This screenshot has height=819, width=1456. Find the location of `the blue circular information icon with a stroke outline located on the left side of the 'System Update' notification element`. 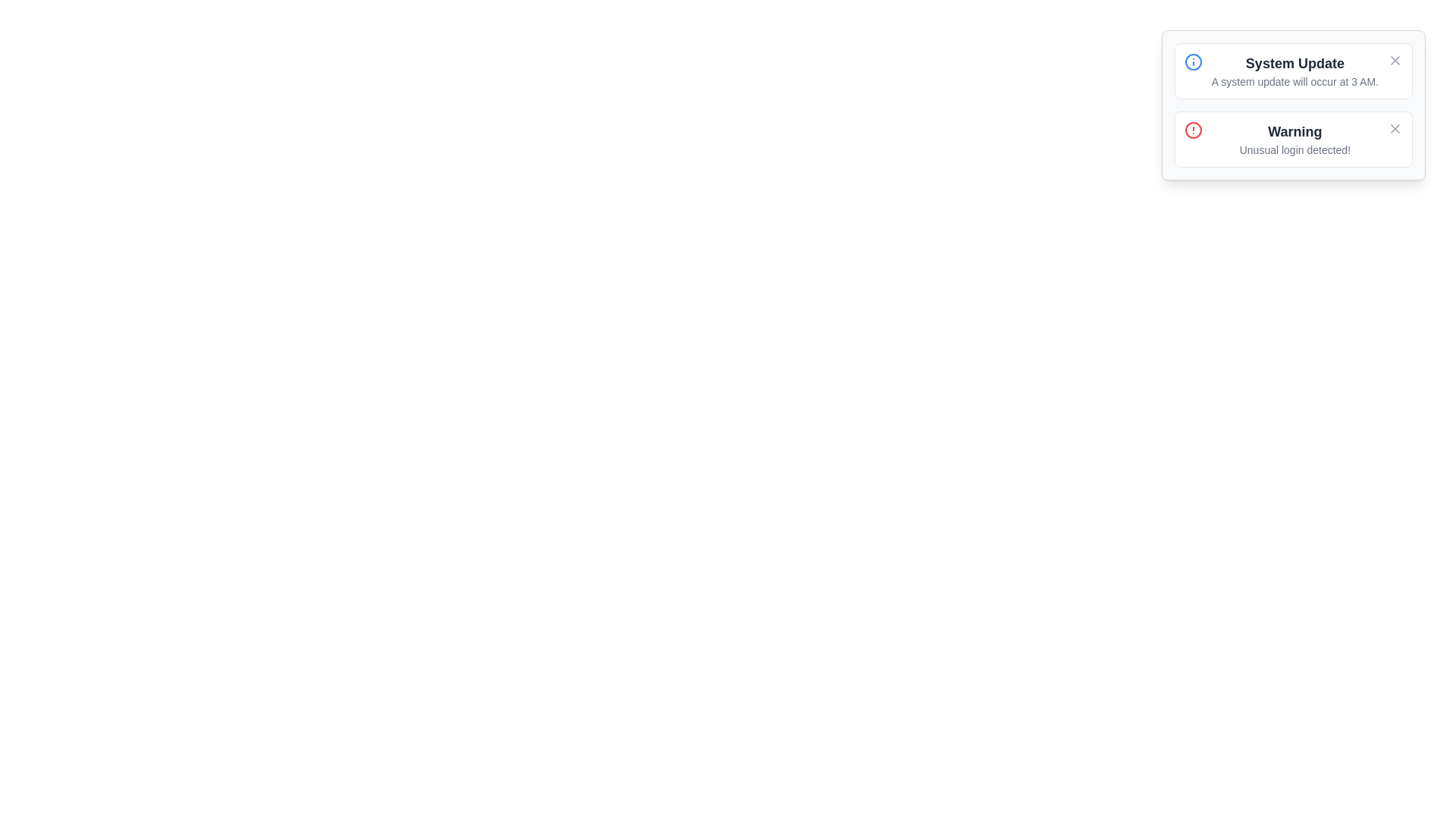

the blue circular information icon with a stroke outline located on the left side of the 'System Update' notification element is located at coordinates (1192, 61).